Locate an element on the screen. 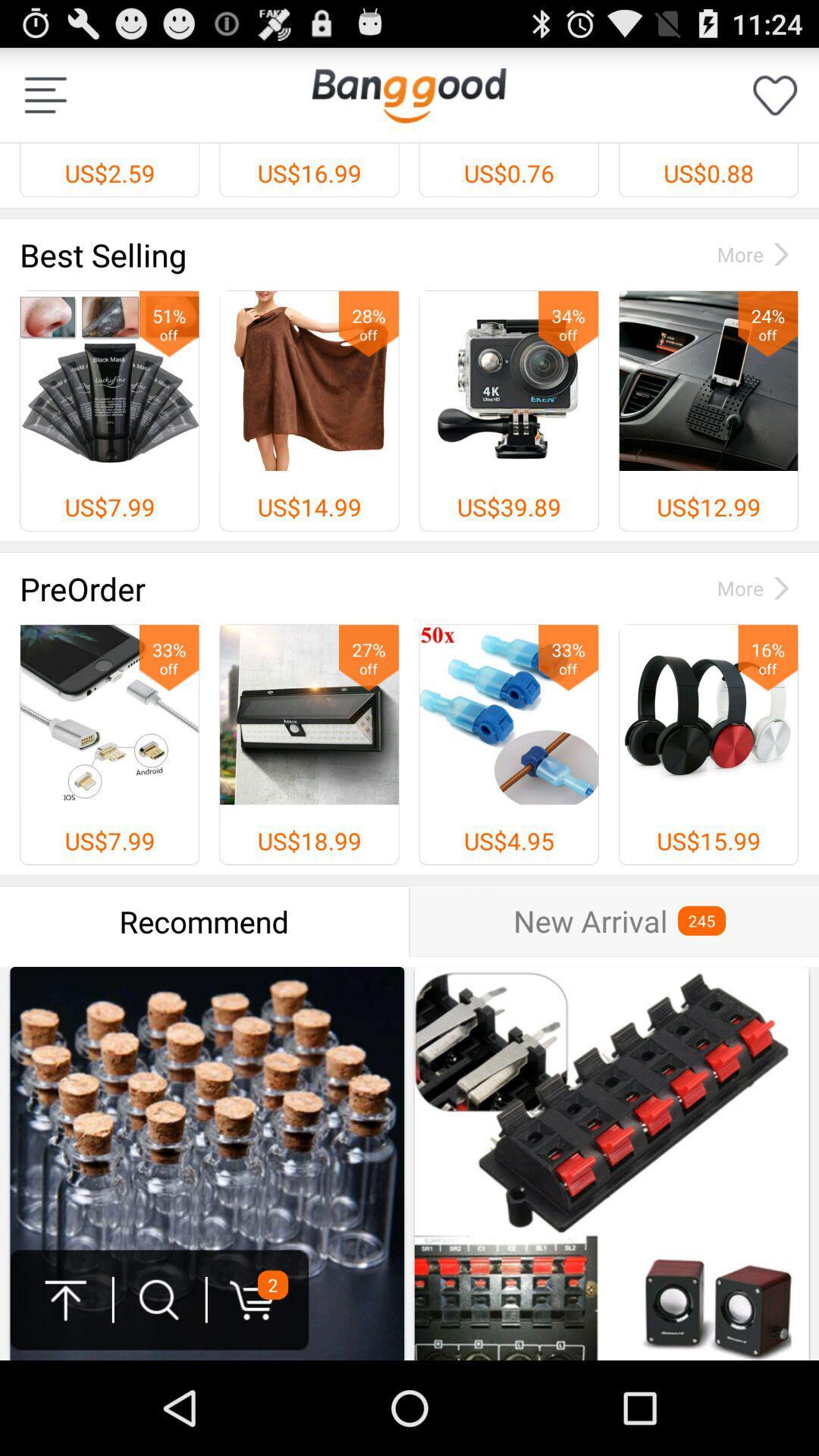 This screenshot has width=819, height=1456. the recommend item is located at coordinates (203, 921).